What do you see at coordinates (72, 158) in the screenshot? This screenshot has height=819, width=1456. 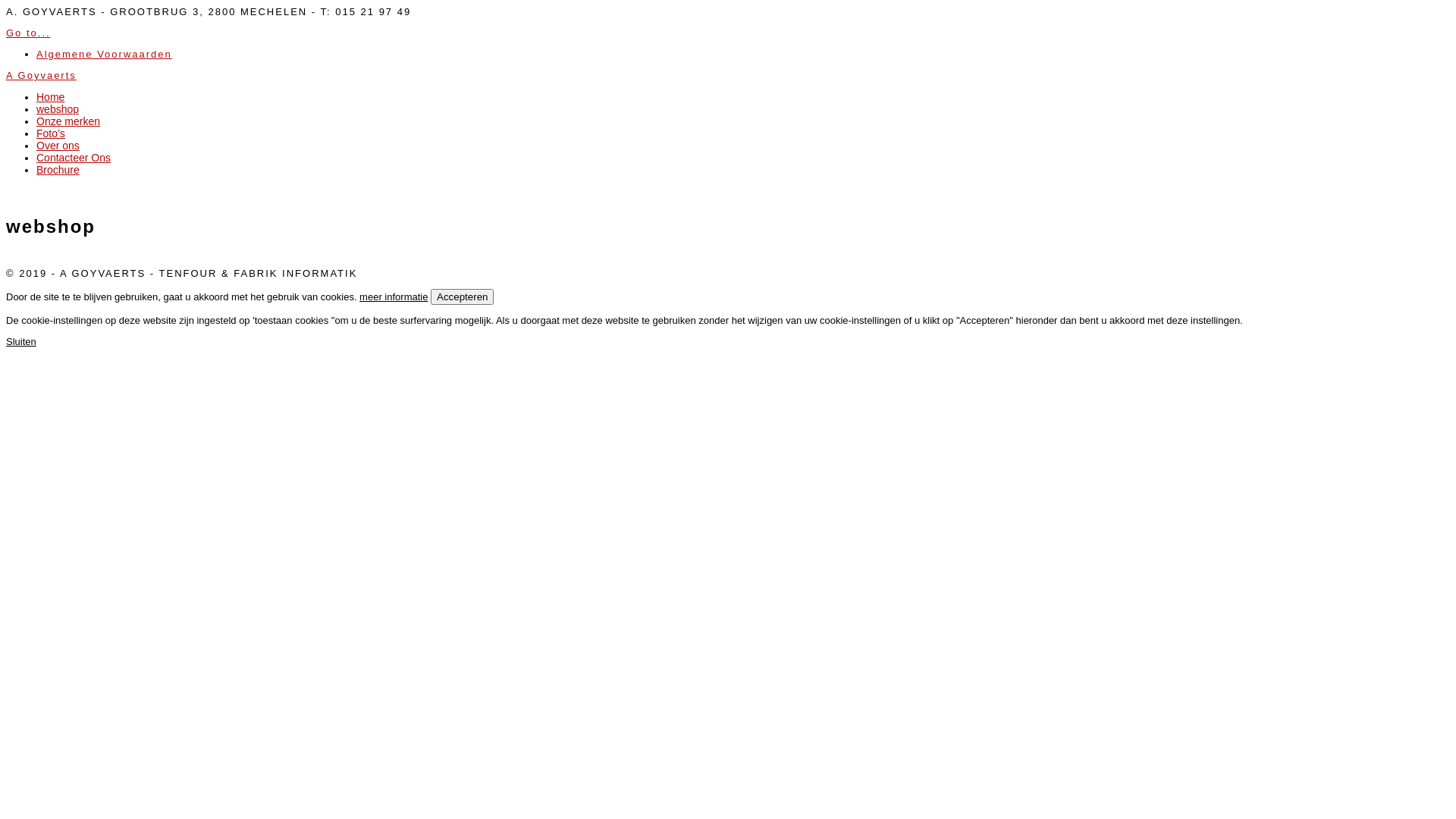 I see `'Contacteer Ons'` at bounding box center [72, 158].